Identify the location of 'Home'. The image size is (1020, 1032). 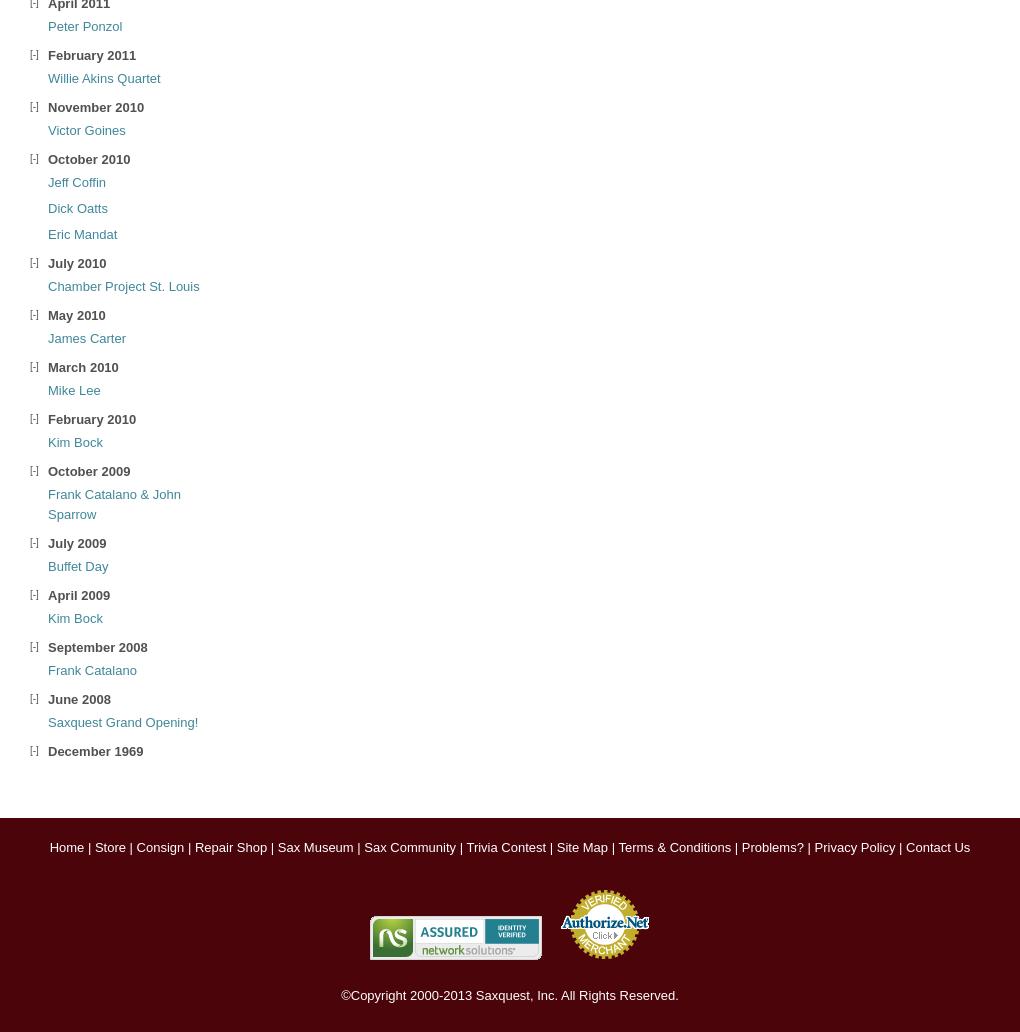
(66, 846).